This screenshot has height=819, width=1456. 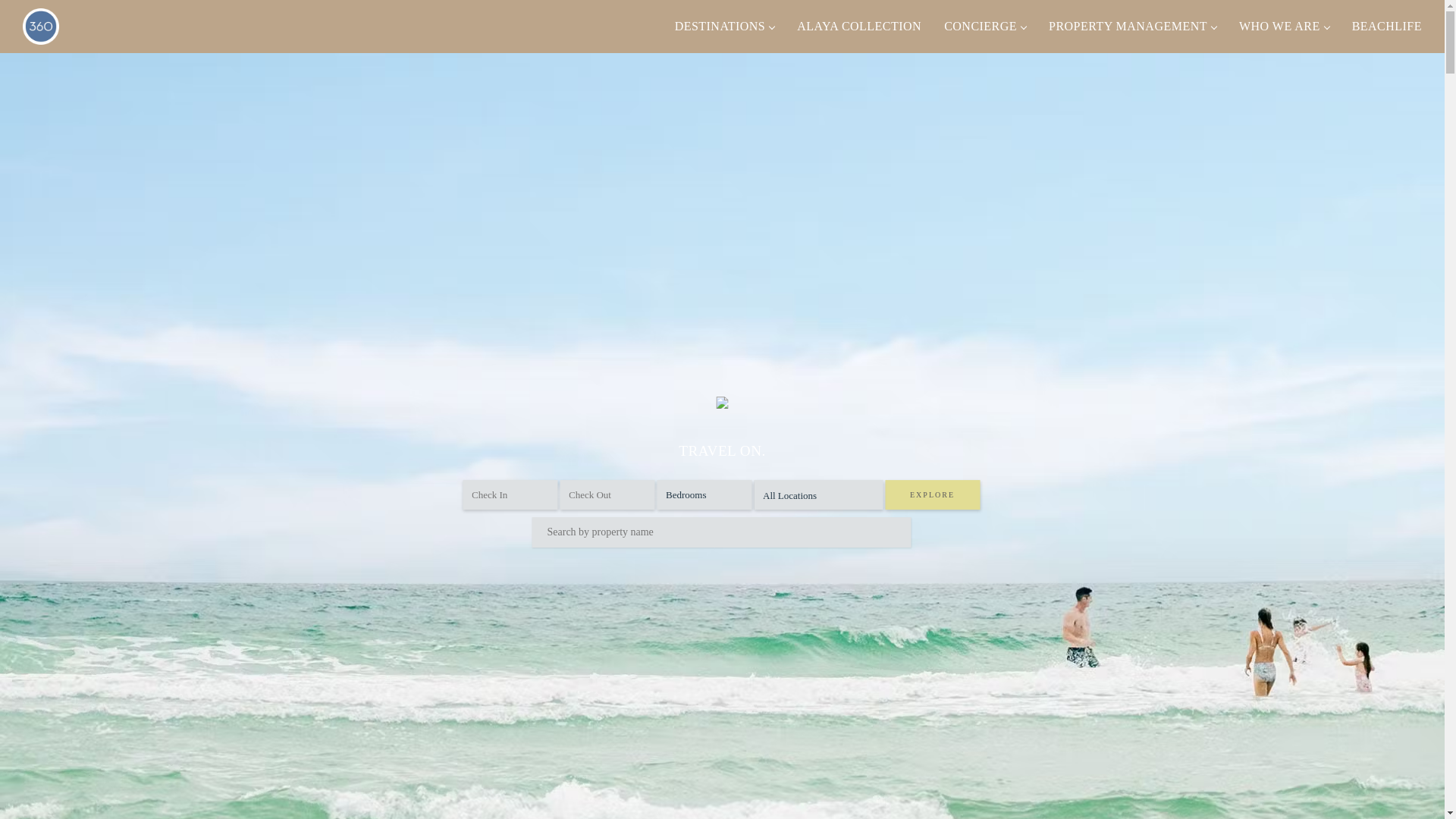 I want to click on 'PROPERTY MANAGEMENT', so click(x=1037, y=26).